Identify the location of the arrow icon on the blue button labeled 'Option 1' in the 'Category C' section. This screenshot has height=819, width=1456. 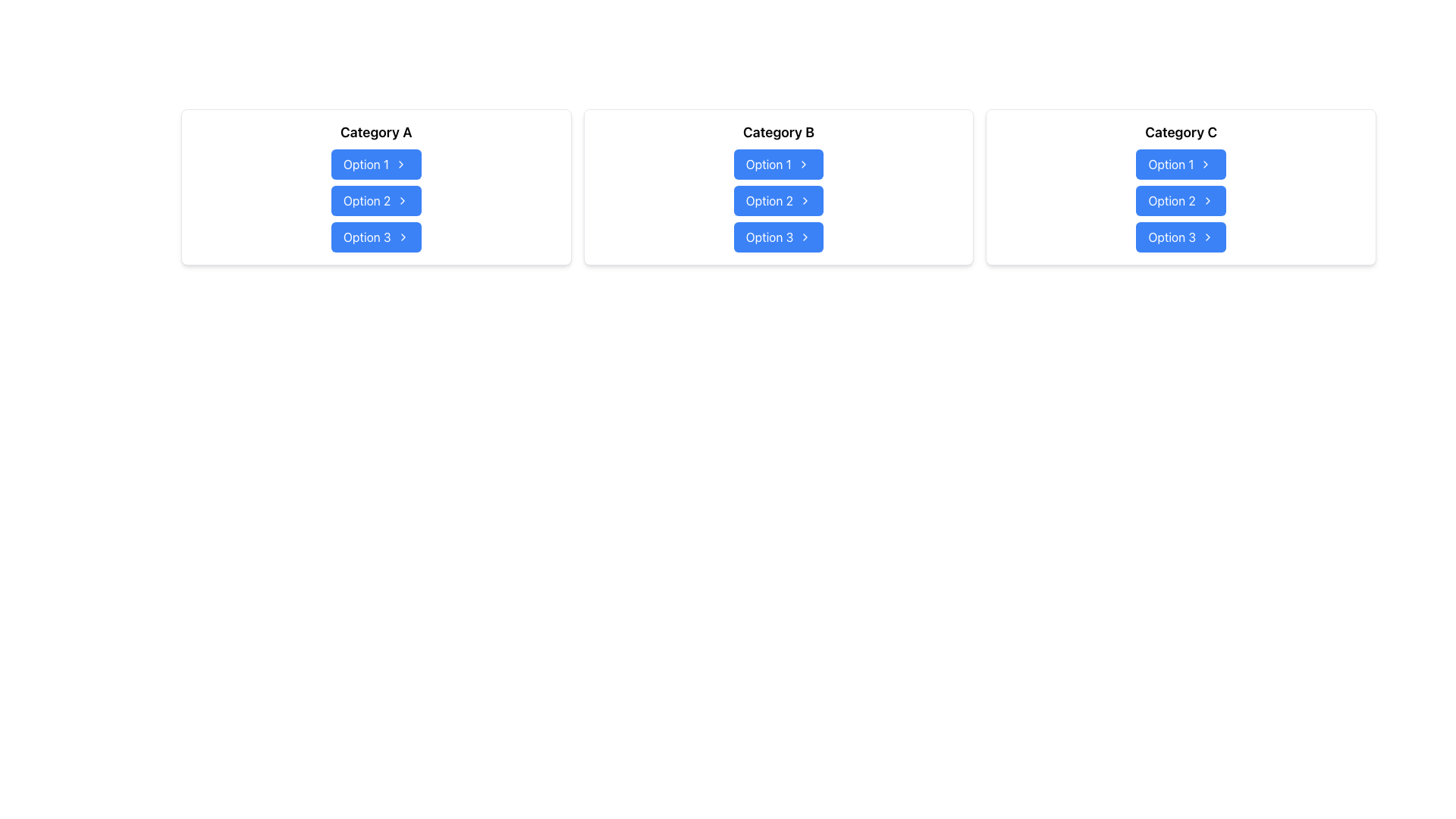
(1205, 164).